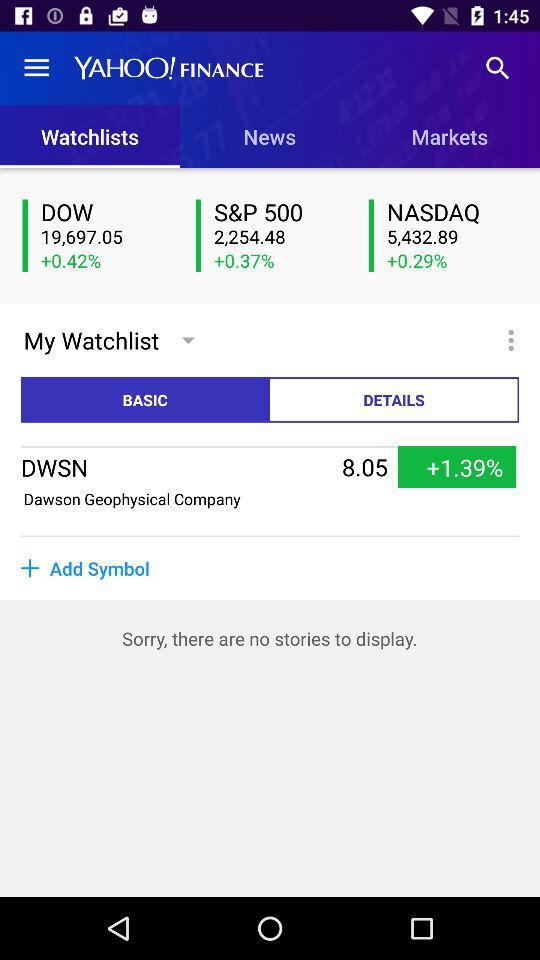  Describe the element at coordinates (513, 340) in the screenshot. I see `icon above details icon` at that location.